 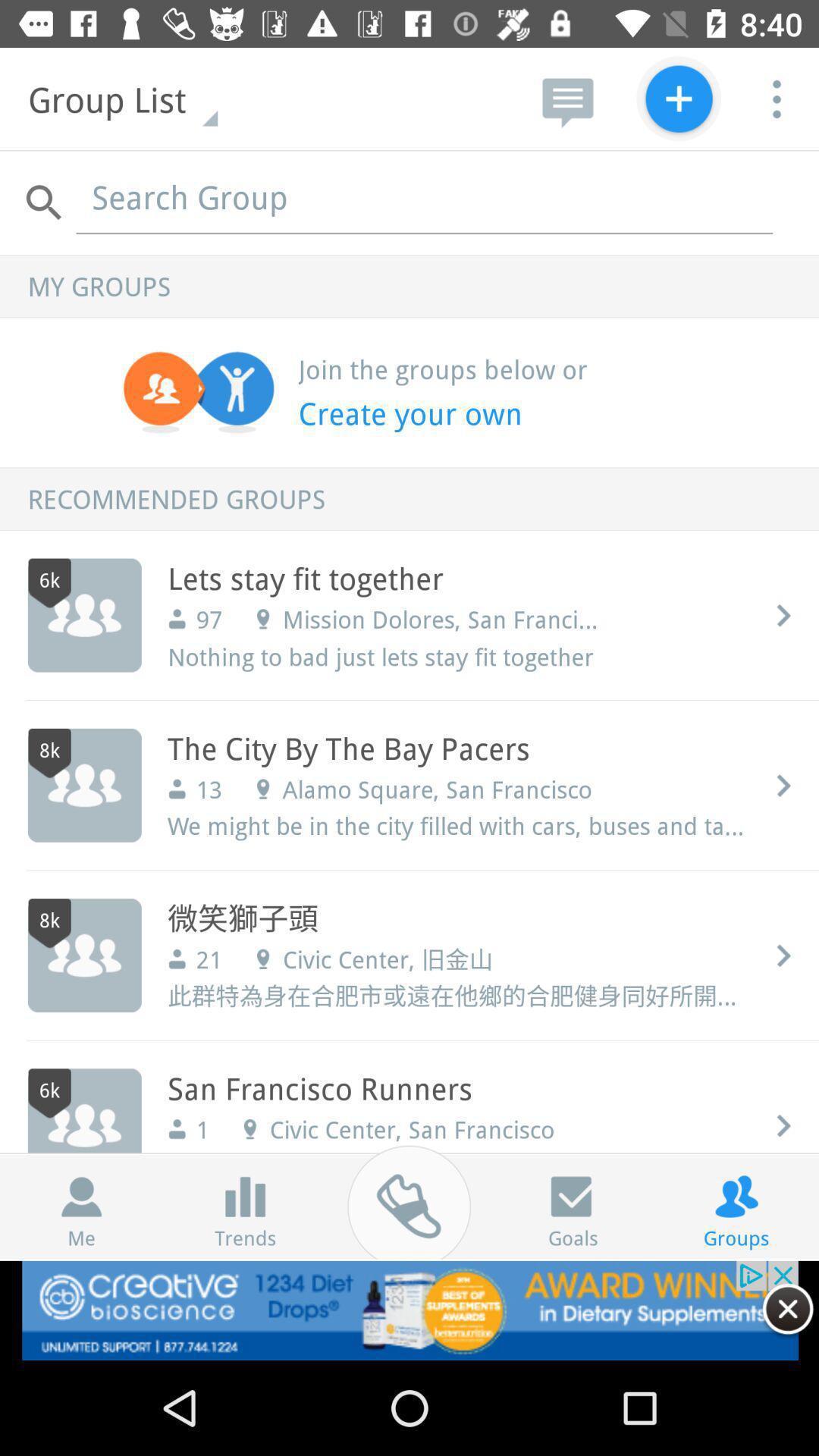 I want to click on the close icon, so click(x=787, y=1308).